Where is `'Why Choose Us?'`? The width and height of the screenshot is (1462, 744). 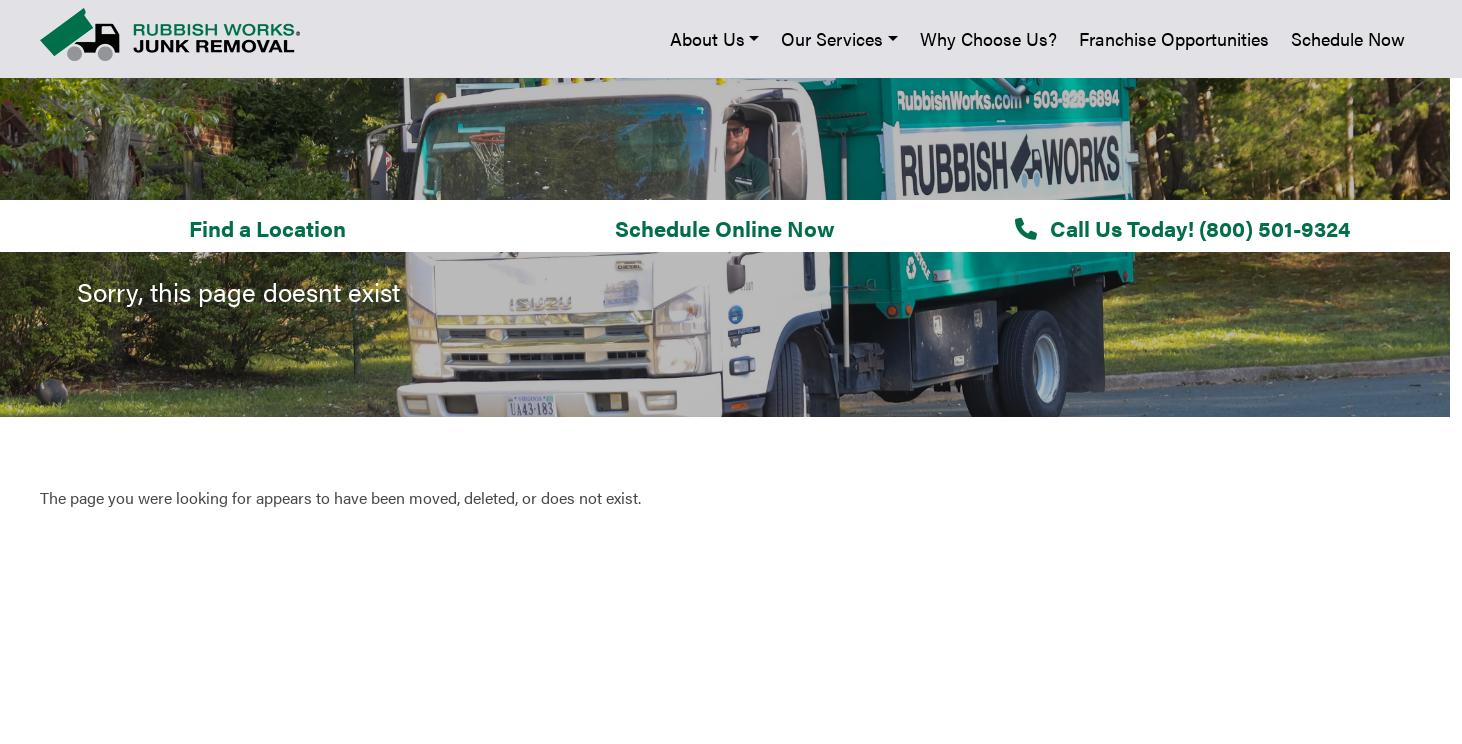
'Why Choose Us?' is located at coordinates (19, 380).